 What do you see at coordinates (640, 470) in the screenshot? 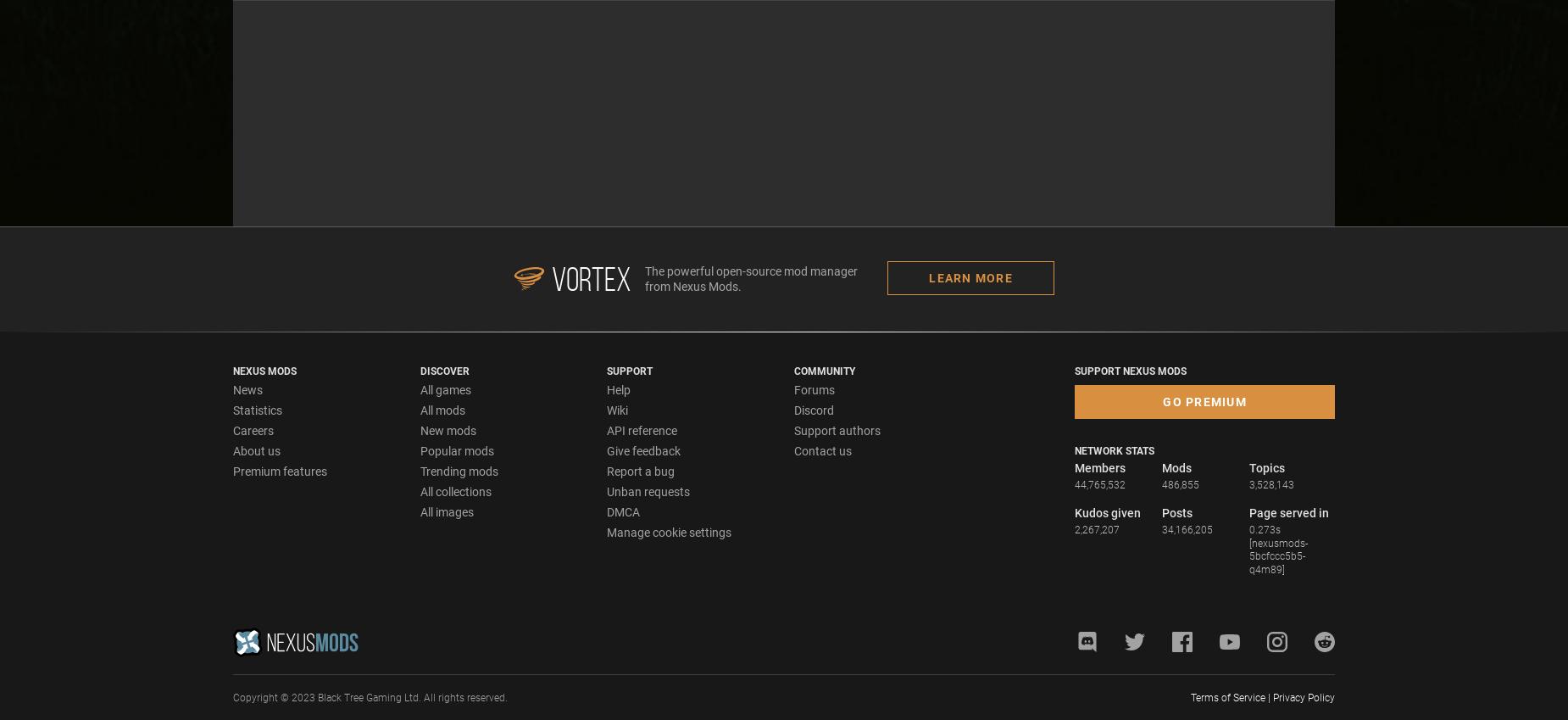
I see `'Report a bug'` at bounding box center [640, 470].